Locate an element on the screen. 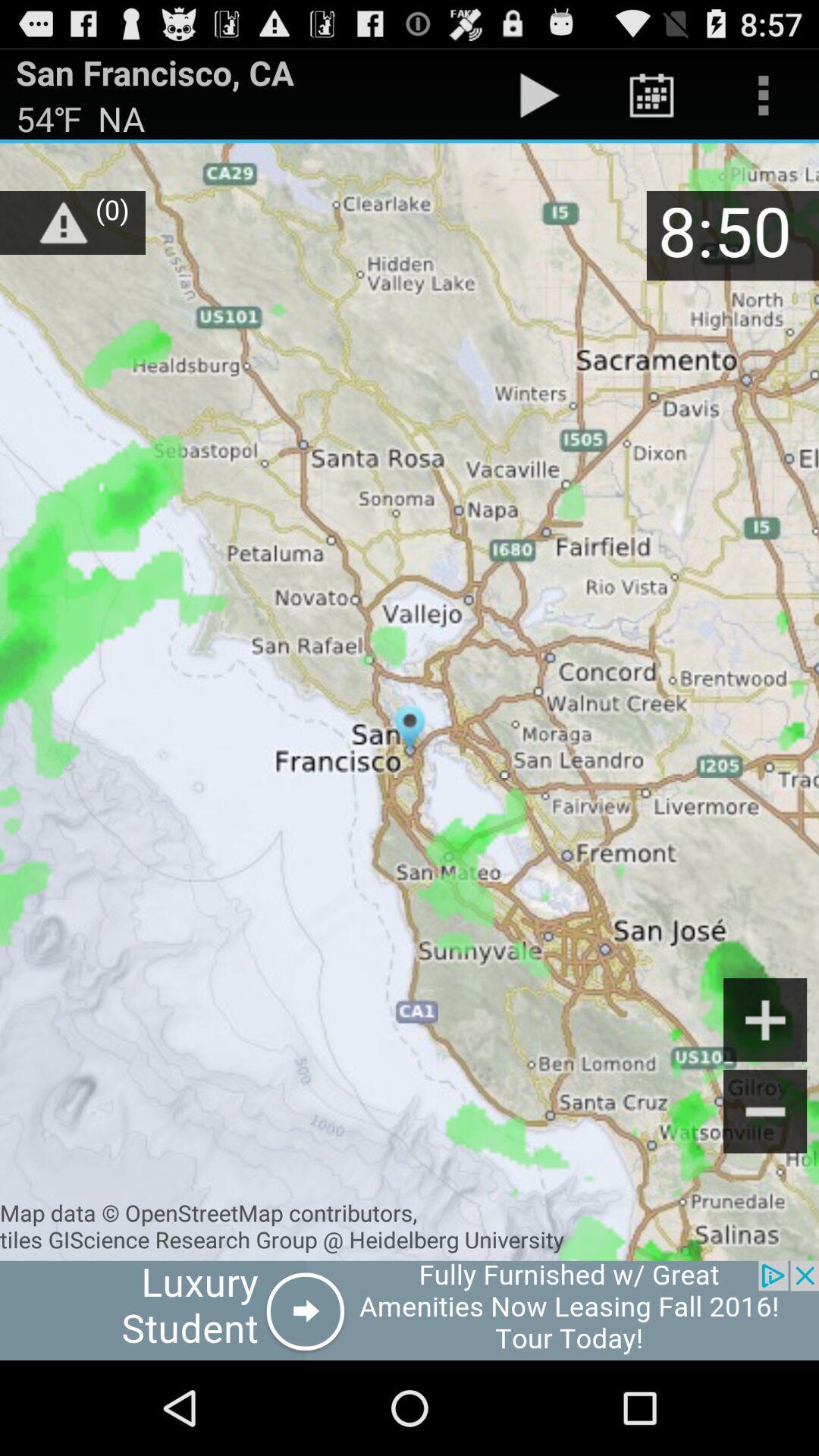  click option is located at coordinates (409, 1310).